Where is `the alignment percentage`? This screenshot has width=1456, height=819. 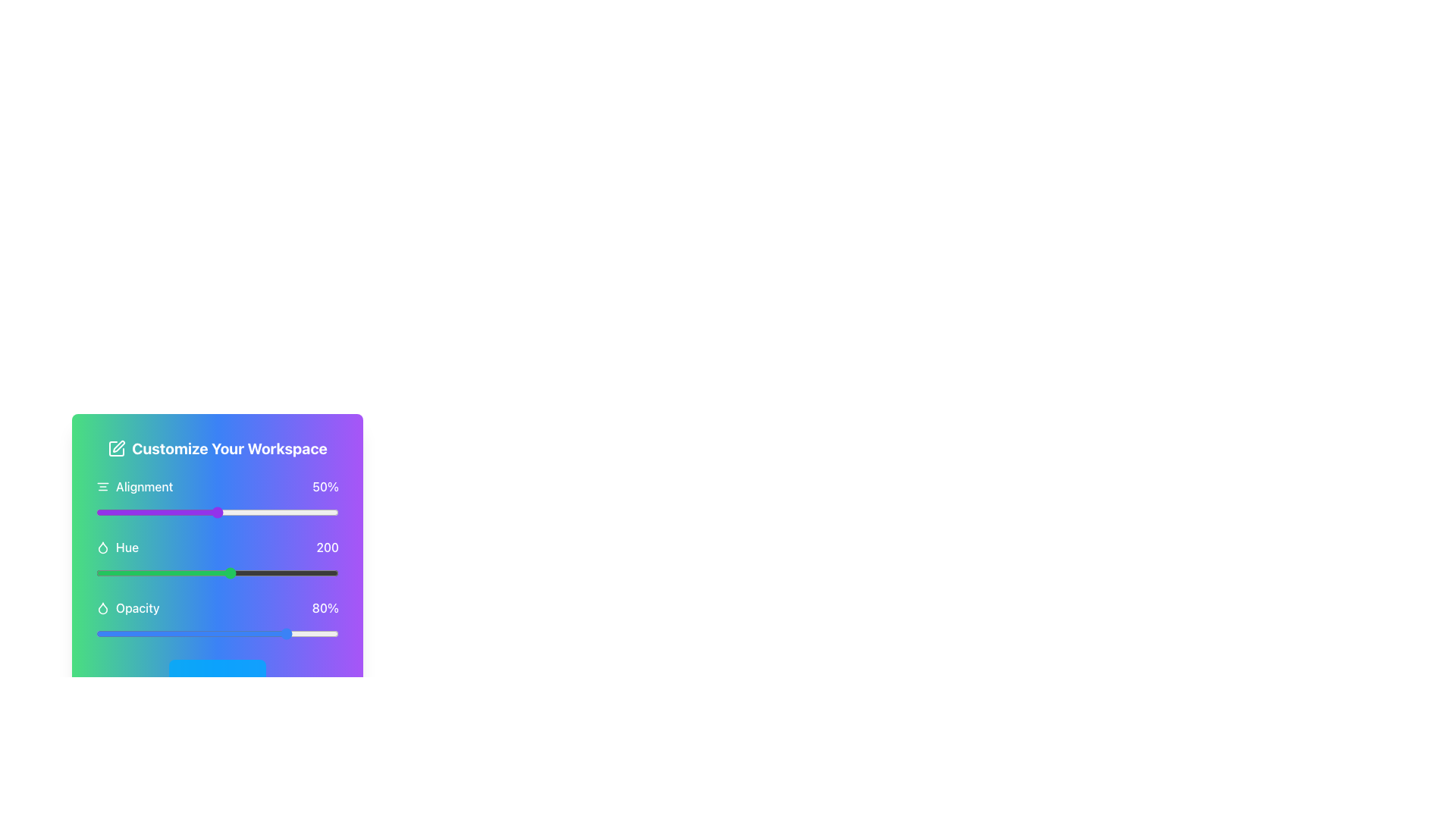
the alignment percentage is located at coordinates (273, 512).